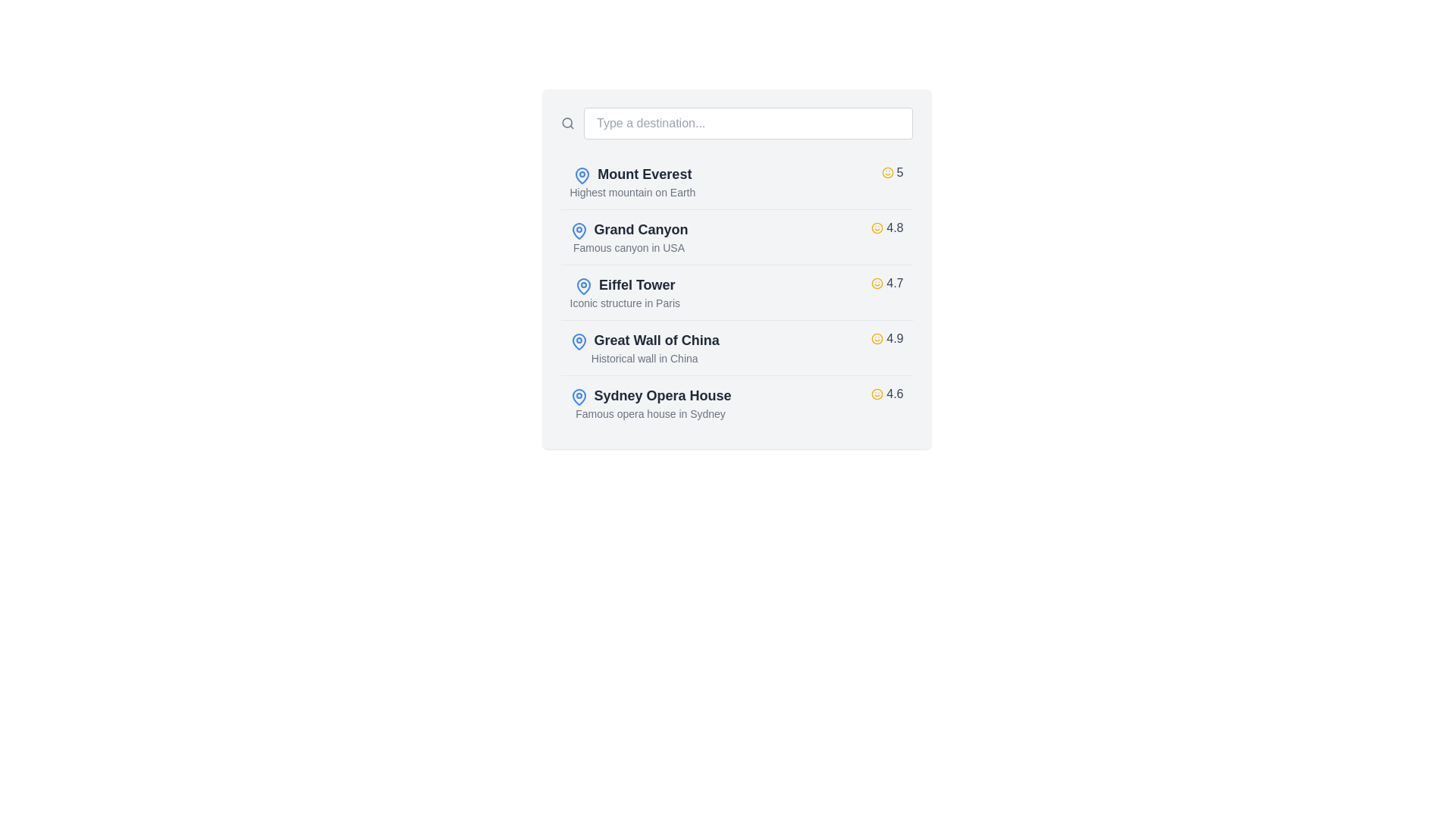 The height and width of the screenshot is (819, 1456). What do you see at coordinates (887, 171) in the screenshot?
I see `the smiley face icon that displays a rating or status symbol for the item 'Mount Everest', located before the numerical text '5'` at bounding box center [887, 171].